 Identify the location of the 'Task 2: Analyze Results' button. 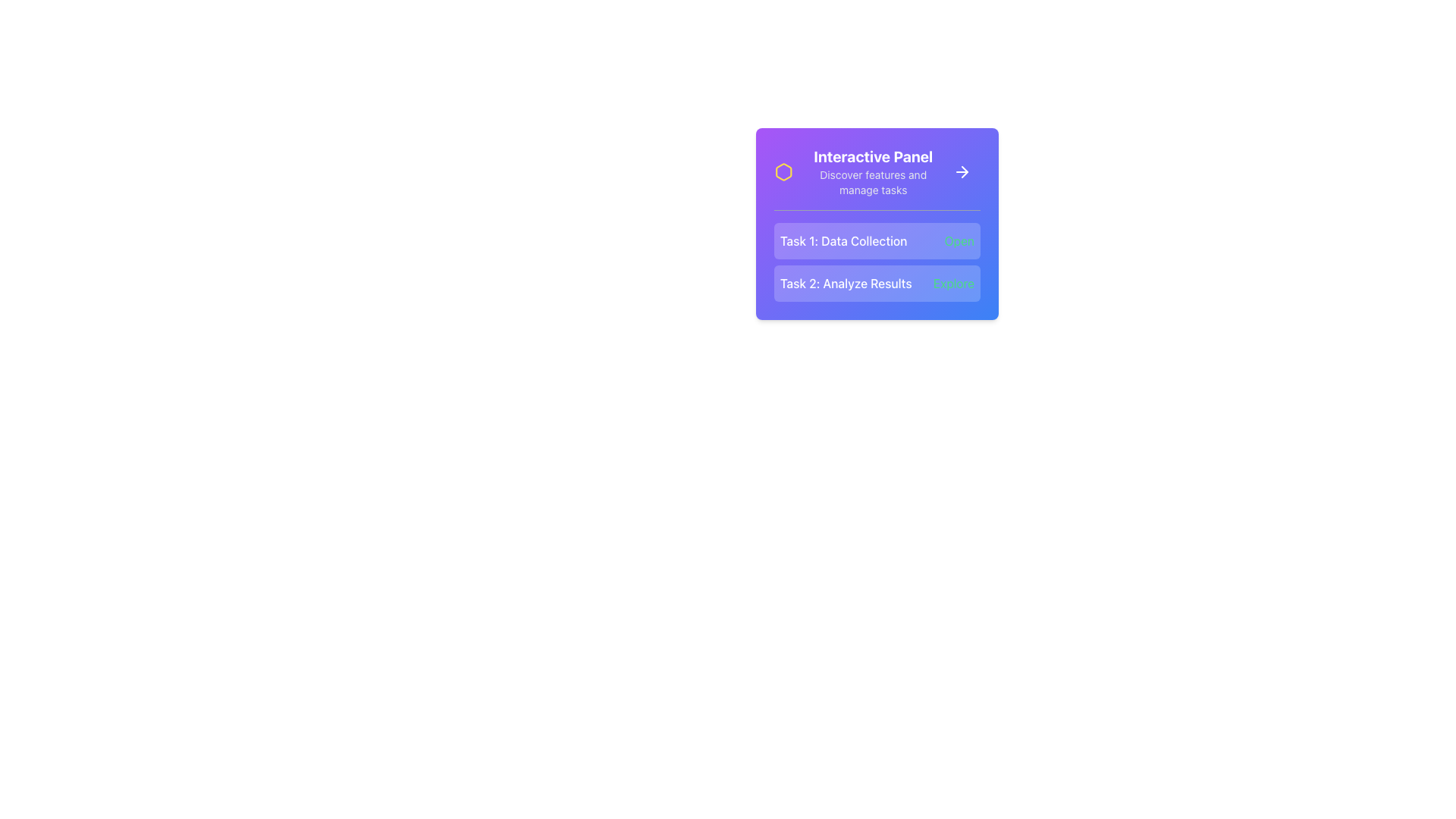
(877, 284).